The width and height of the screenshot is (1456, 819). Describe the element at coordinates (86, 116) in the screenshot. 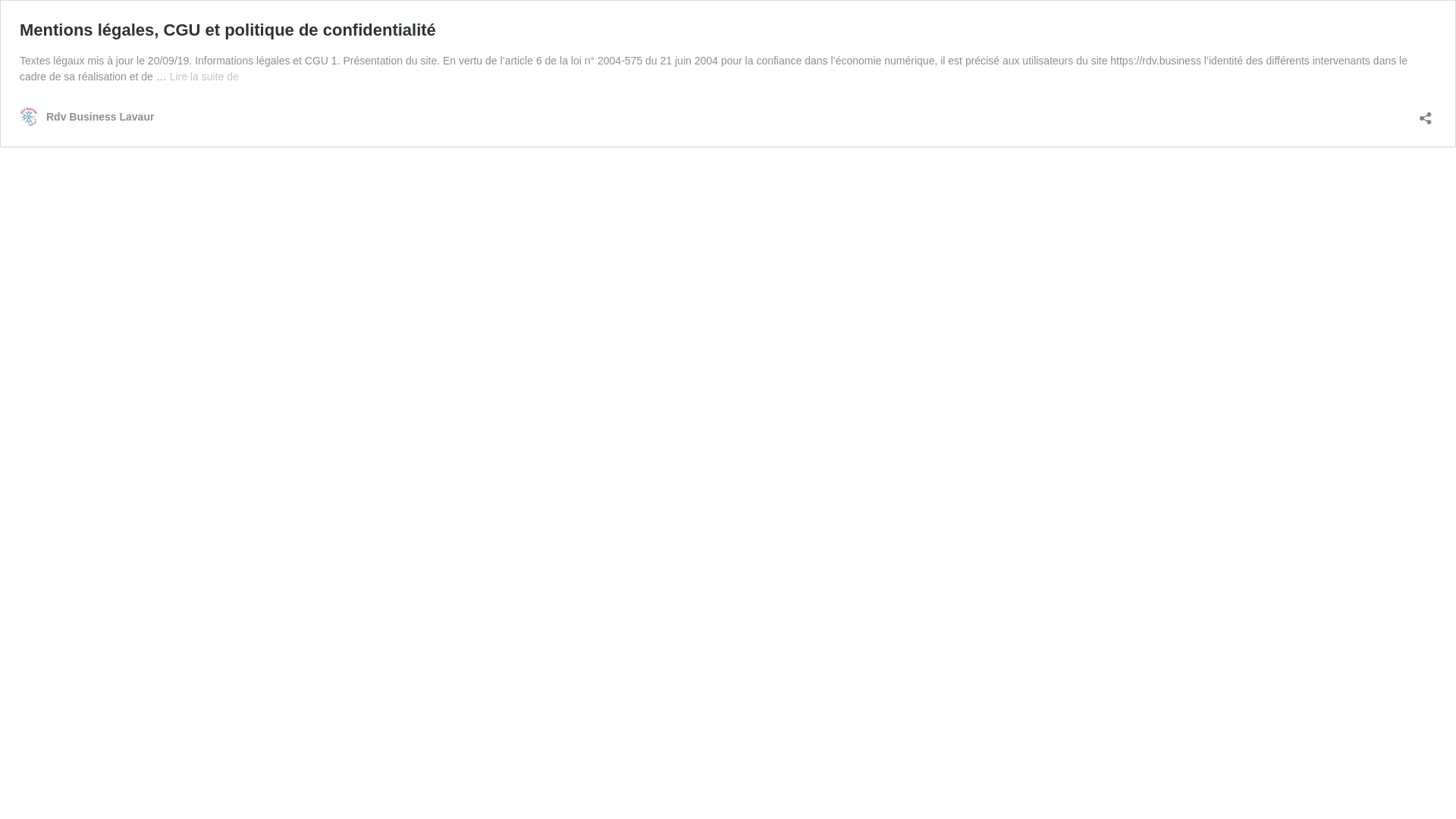

I see `'Rdv Business Lavaur'` at that location.